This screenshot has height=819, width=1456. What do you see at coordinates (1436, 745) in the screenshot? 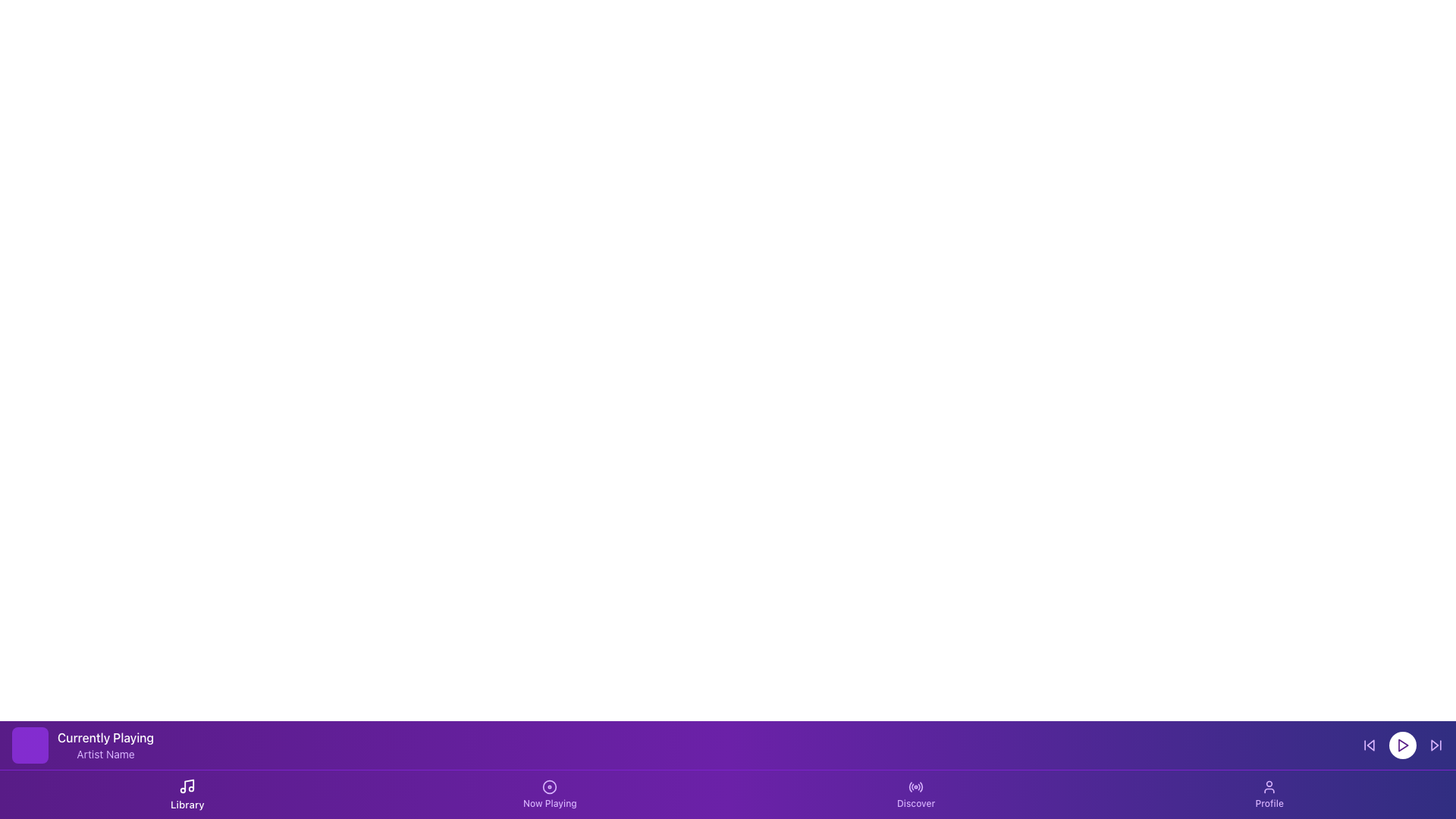
I see `the skip-forward button located on the far right of the bottom navigation bar` at bounding box center [1436, 745].